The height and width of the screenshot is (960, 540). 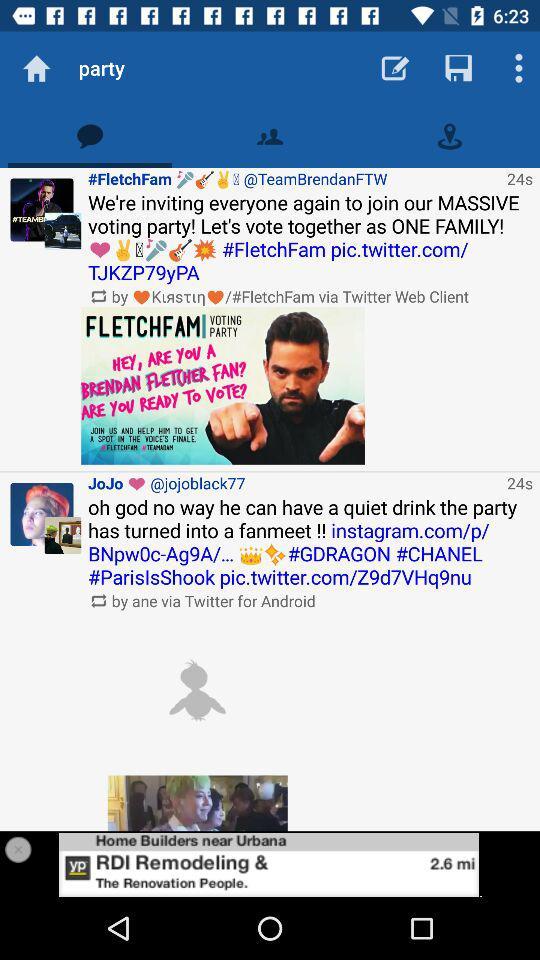 What do you see at coordinates (310, 542) in the screenshot?
I see `the item above by ane via item` at bounding box center [310, 542].